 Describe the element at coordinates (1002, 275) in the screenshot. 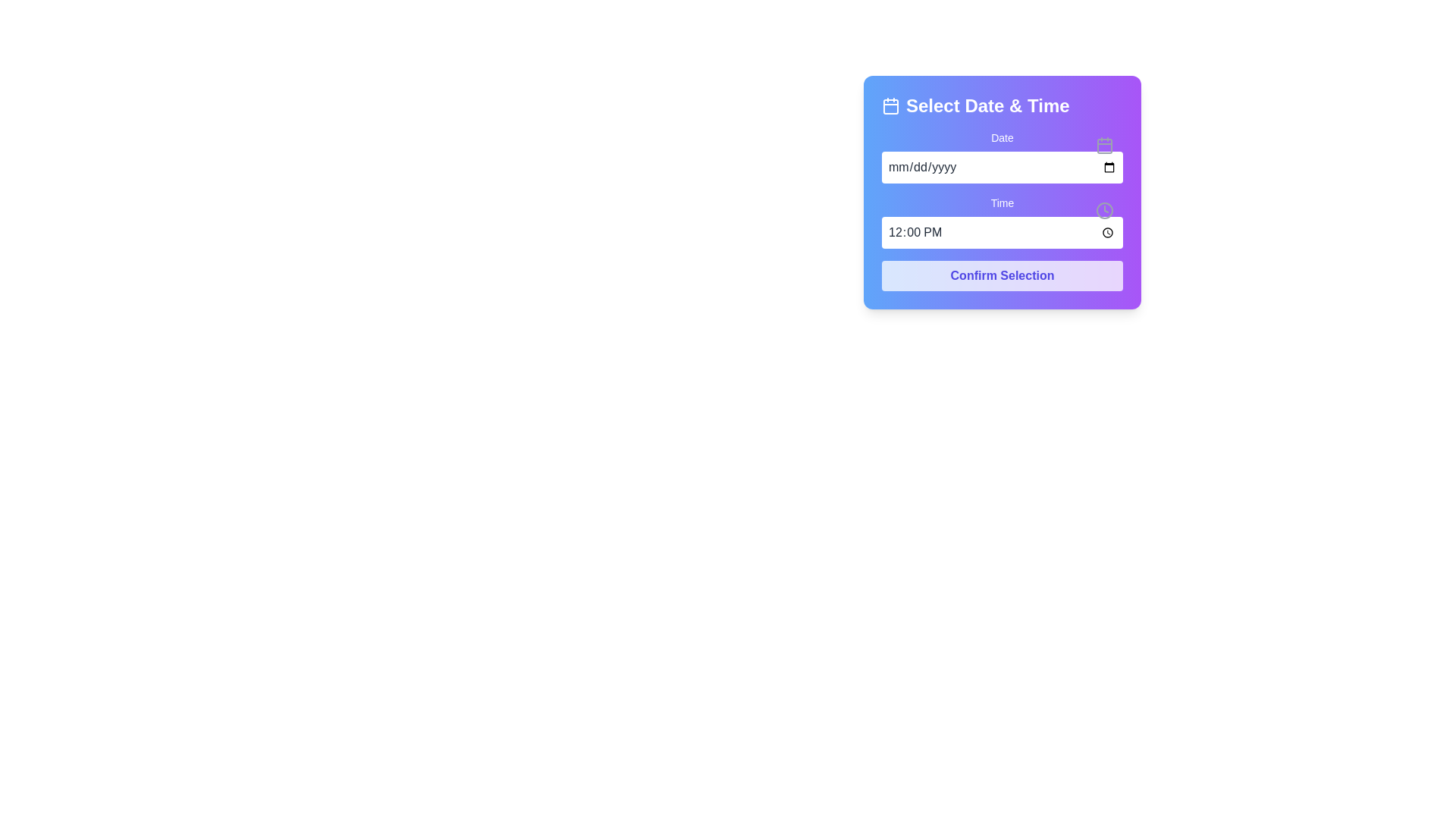

I see `the submit button located at the bottom of the date and time selection panel to observe the hover effect` at that location.